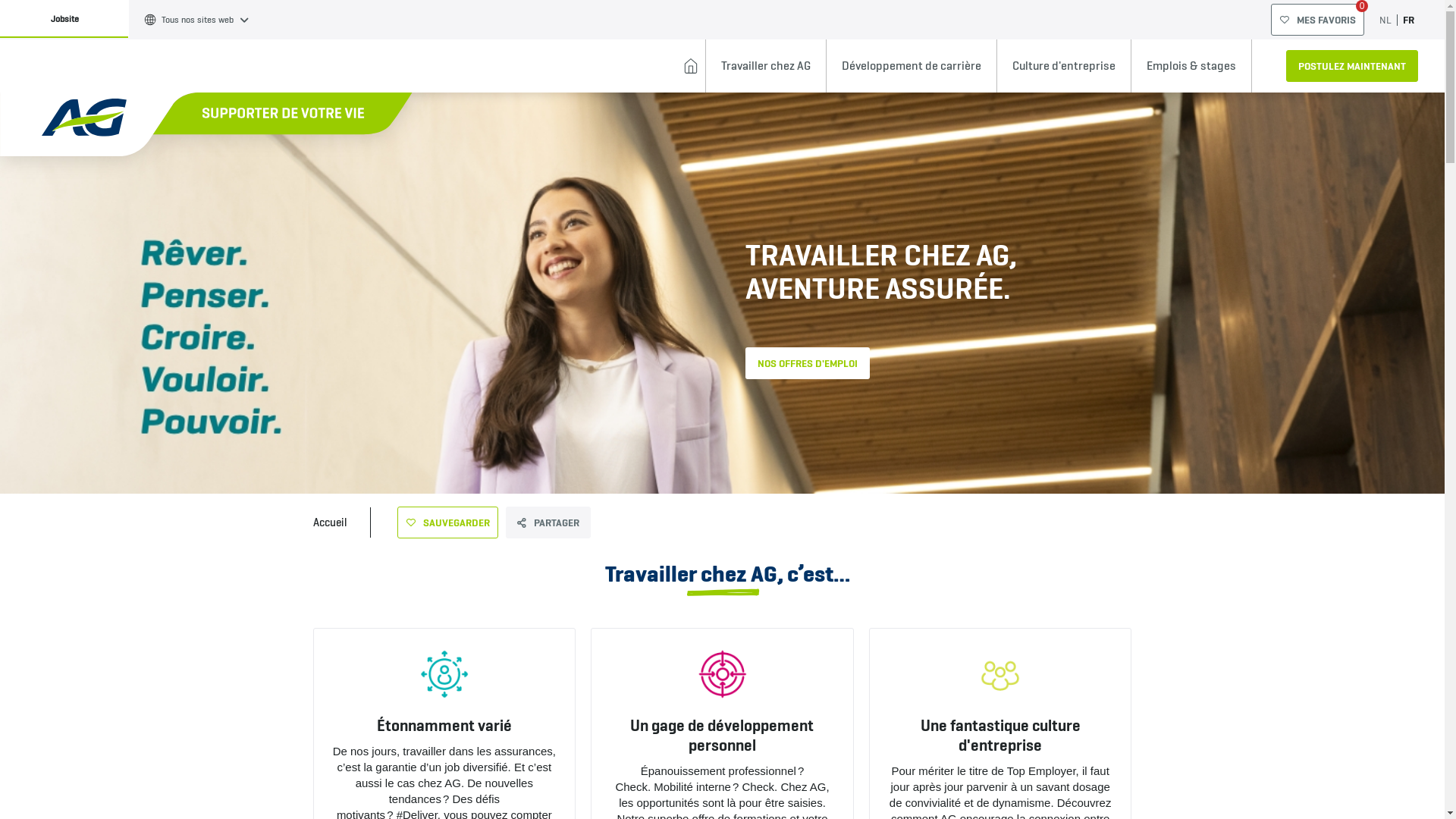  I want to click on 'POSTULEZ MAINTENANT', so click(1351, 65).